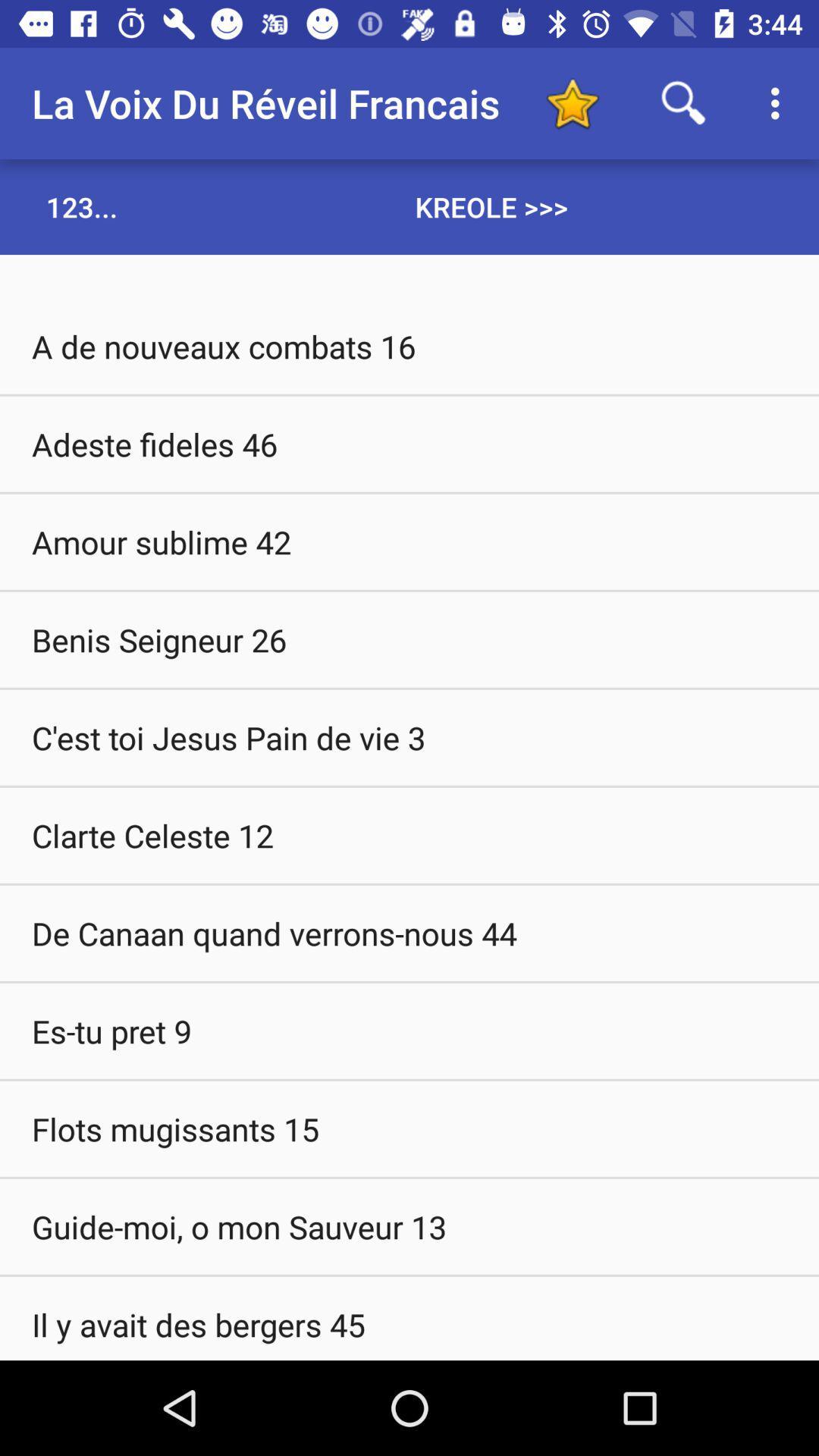 The image size is (819, 1456). Describe the element at coordinates (409, 1128) in the screenshot. I see `the flots mugissants 15` at that location.